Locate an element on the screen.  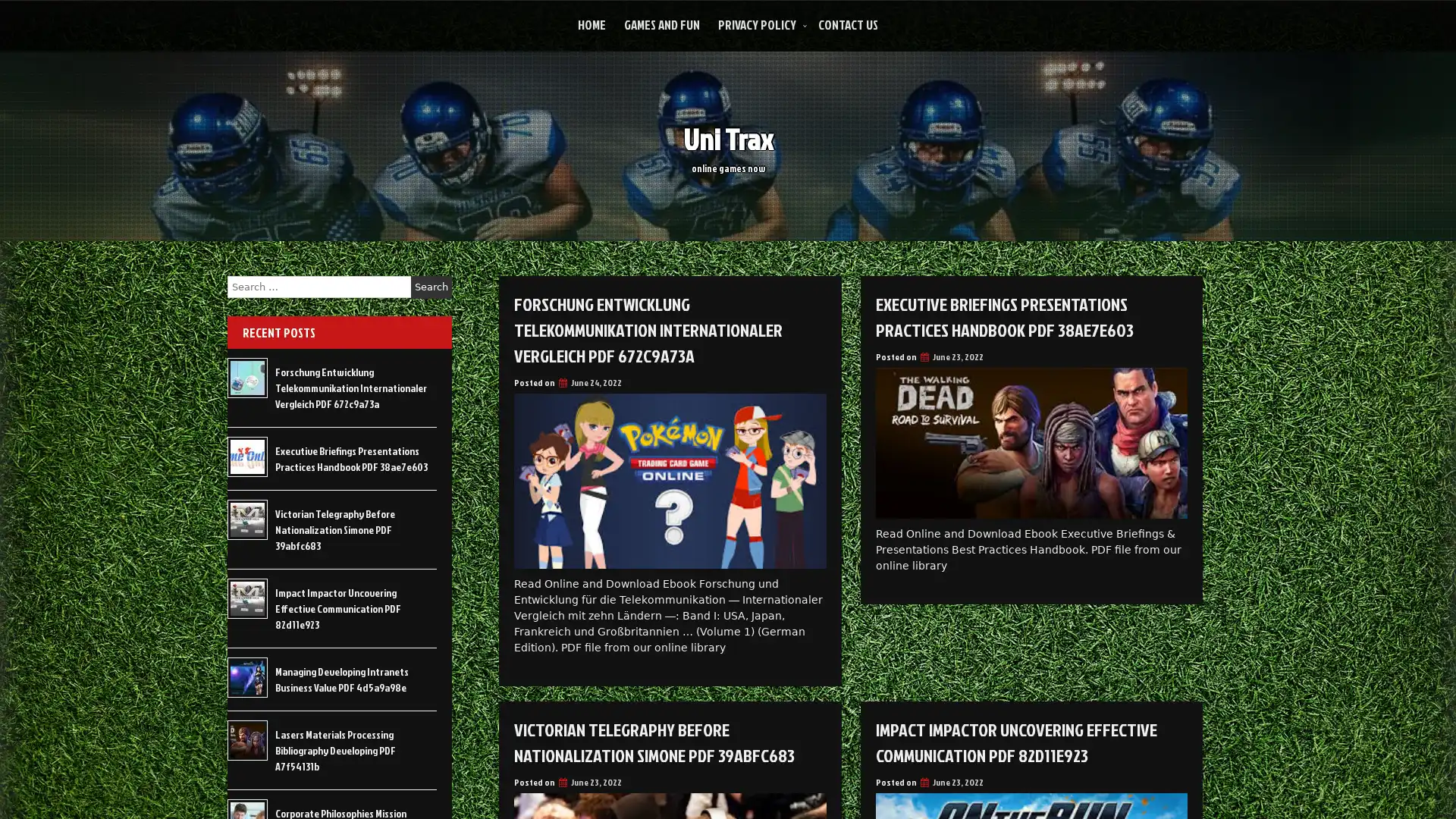
Search is located at coordinates (431, 287).